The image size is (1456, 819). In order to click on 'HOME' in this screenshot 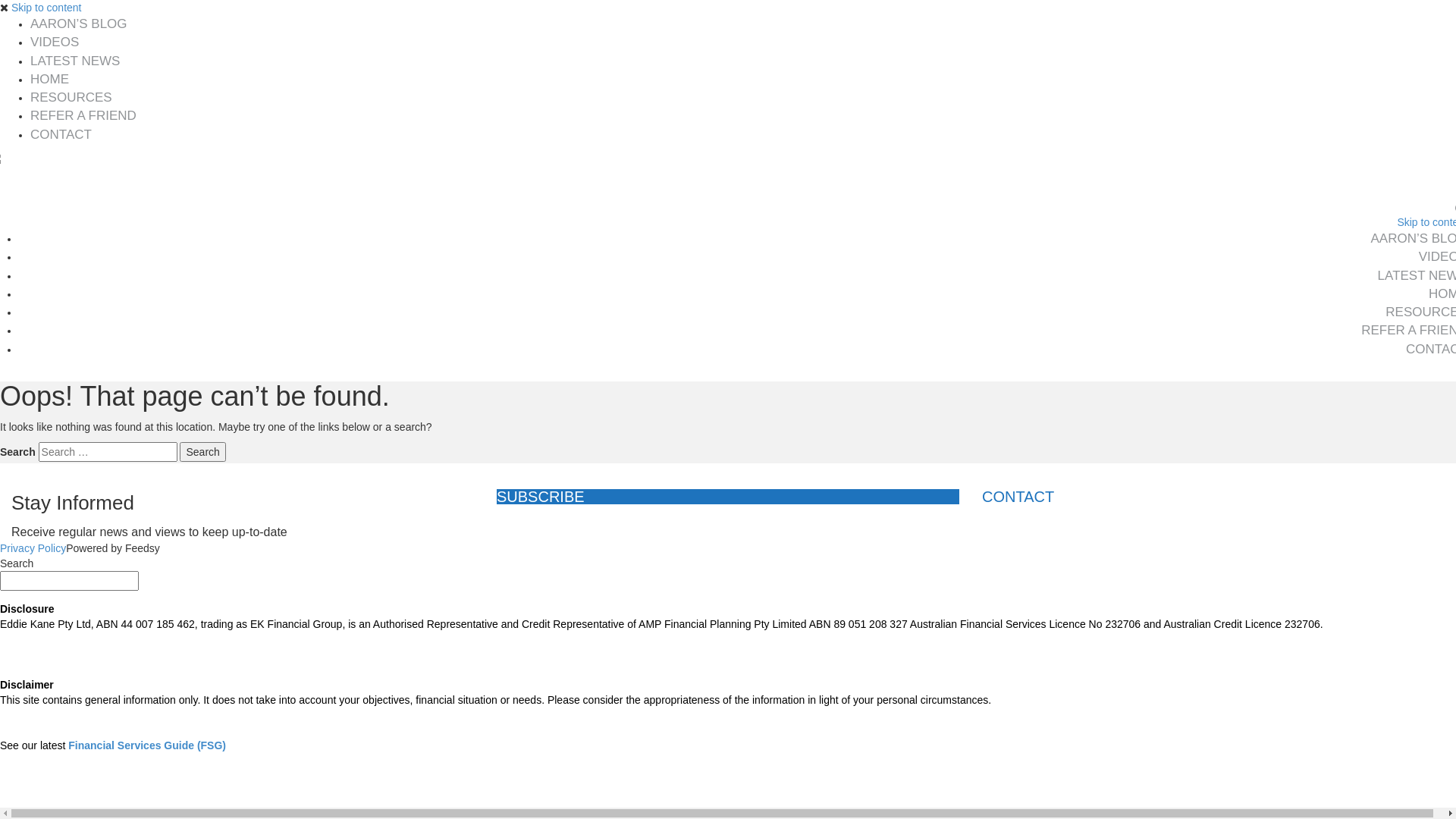, I will do `click(30, 79)`.